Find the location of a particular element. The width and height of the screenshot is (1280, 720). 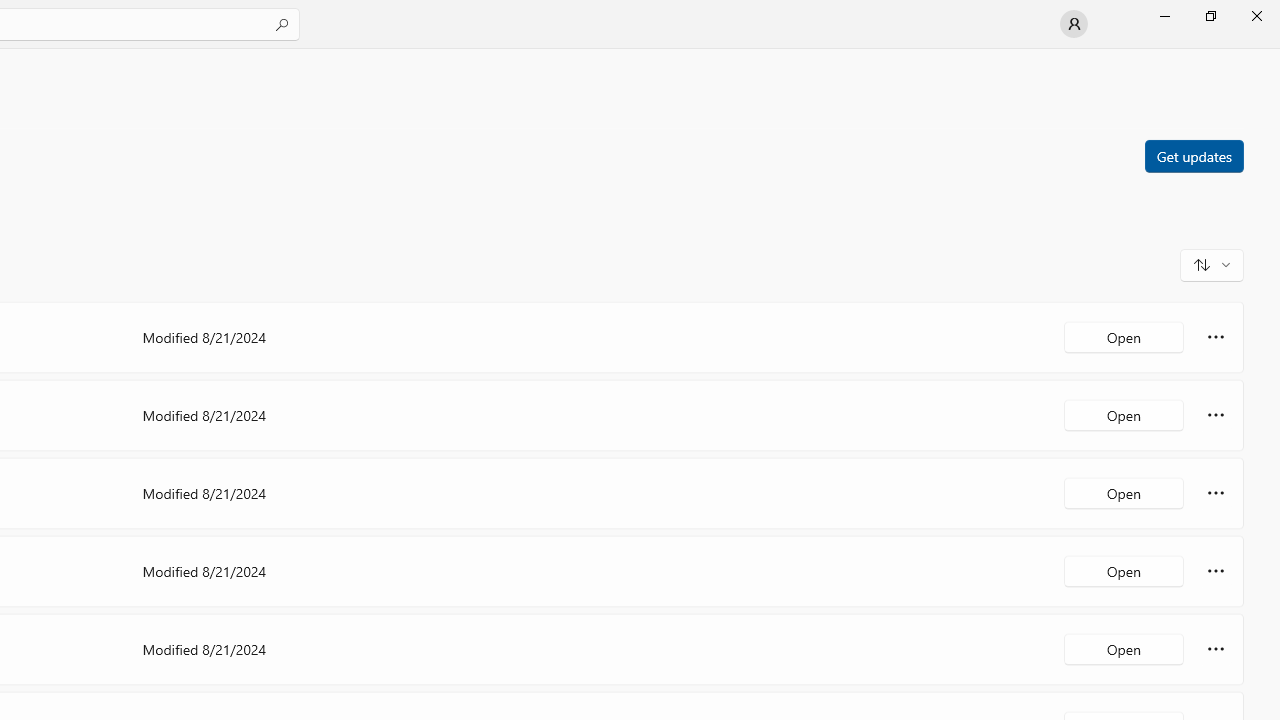

'User profile' is located at coordinates (1072, 24).